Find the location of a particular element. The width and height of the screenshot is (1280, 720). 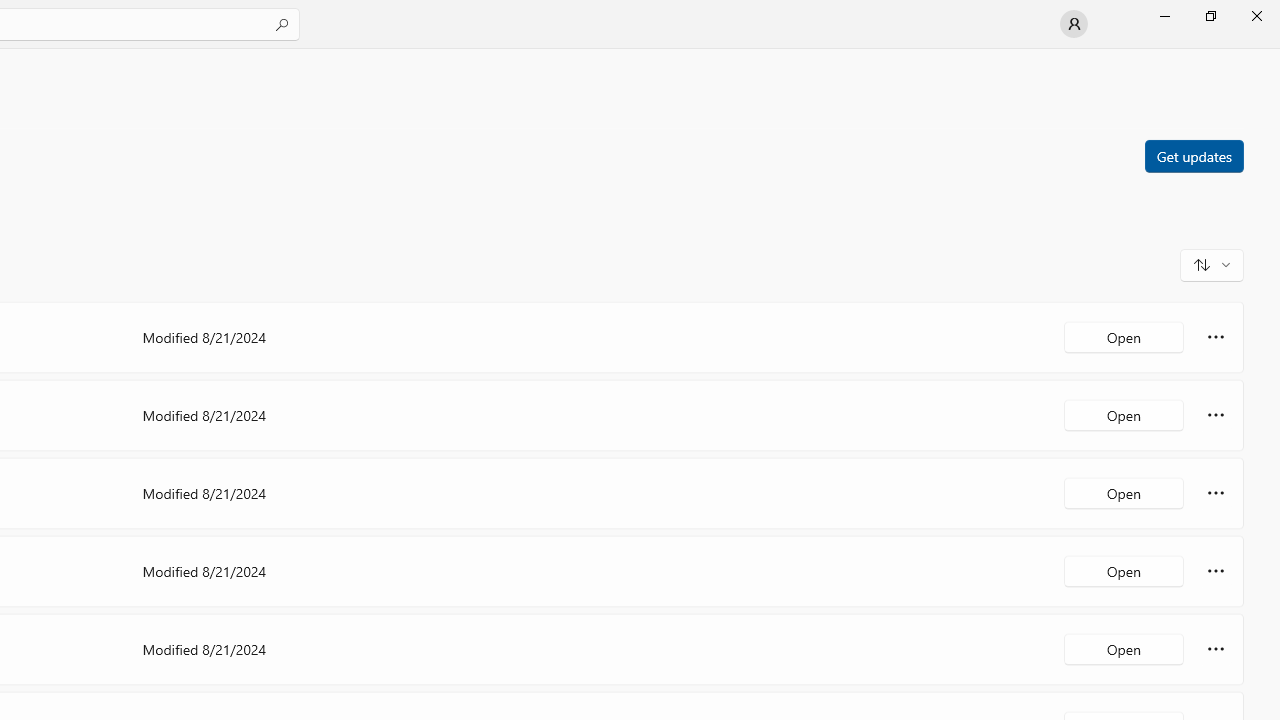

'User profile' is located at coordinates (1072, 24).